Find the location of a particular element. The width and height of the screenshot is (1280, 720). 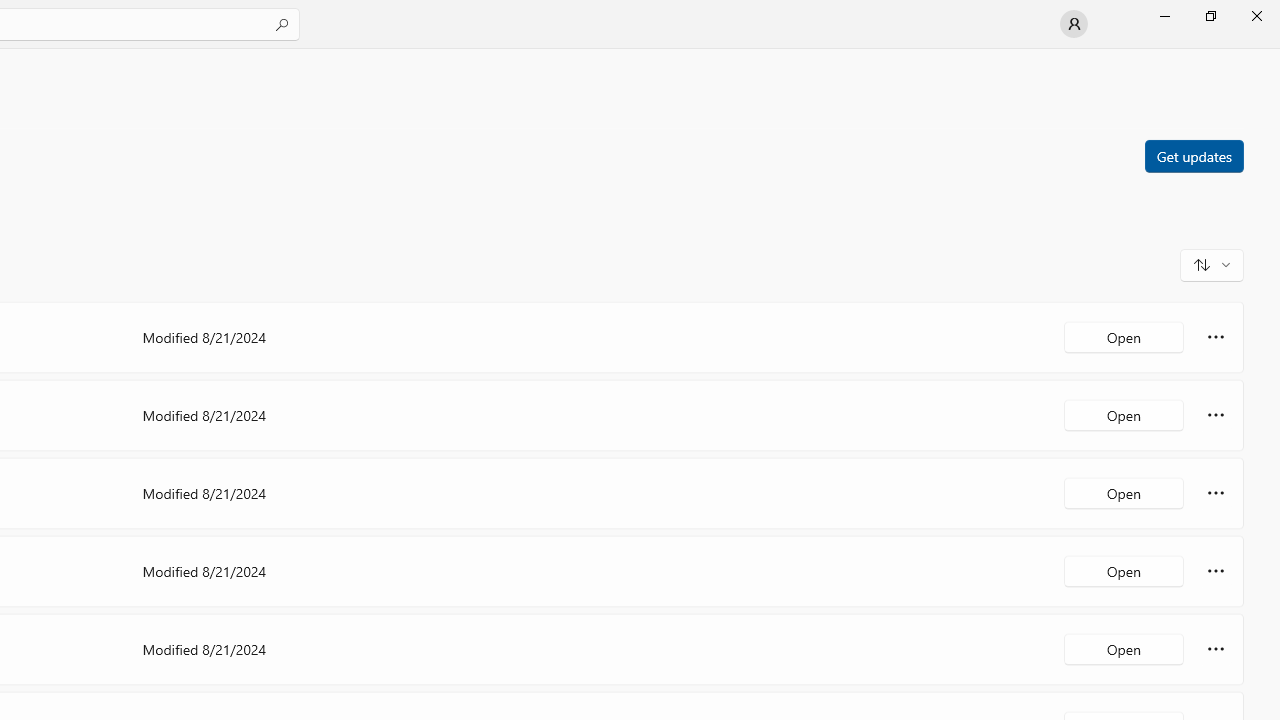

'User profile' is located at coordinates (1072, 24).